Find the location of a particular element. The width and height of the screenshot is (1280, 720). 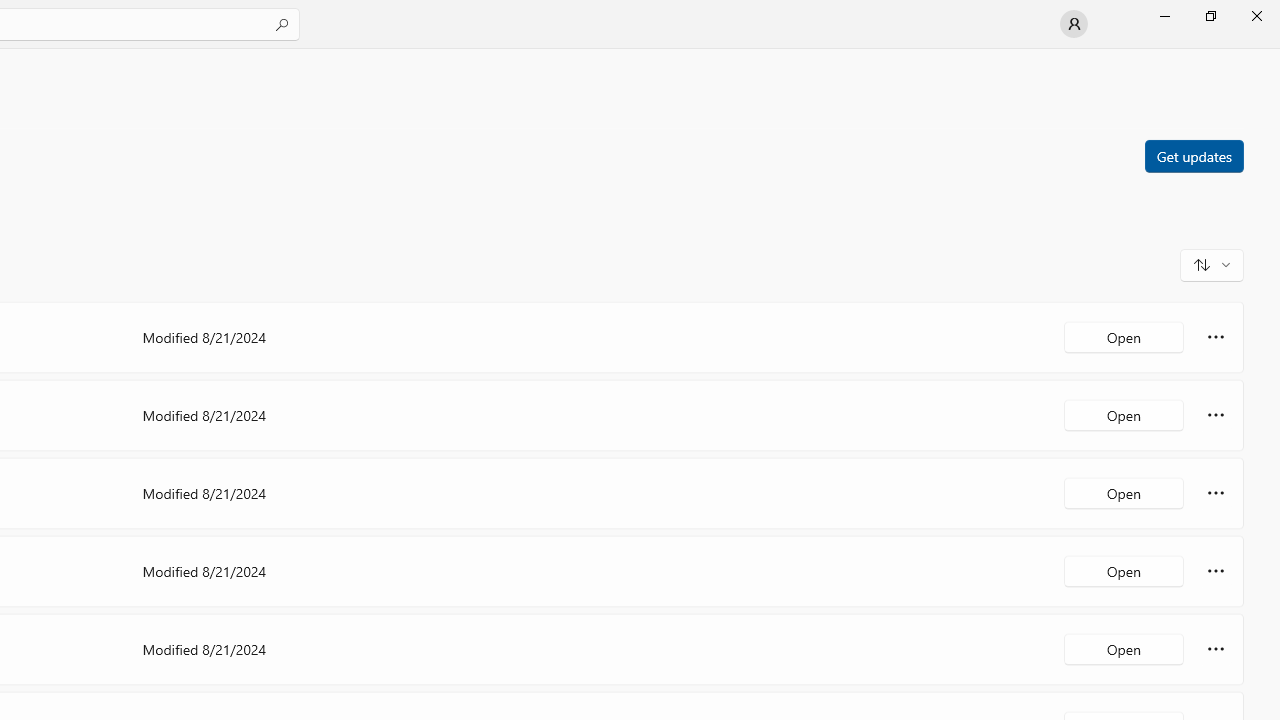

'User profile' is located at coordinates (1072, 24).